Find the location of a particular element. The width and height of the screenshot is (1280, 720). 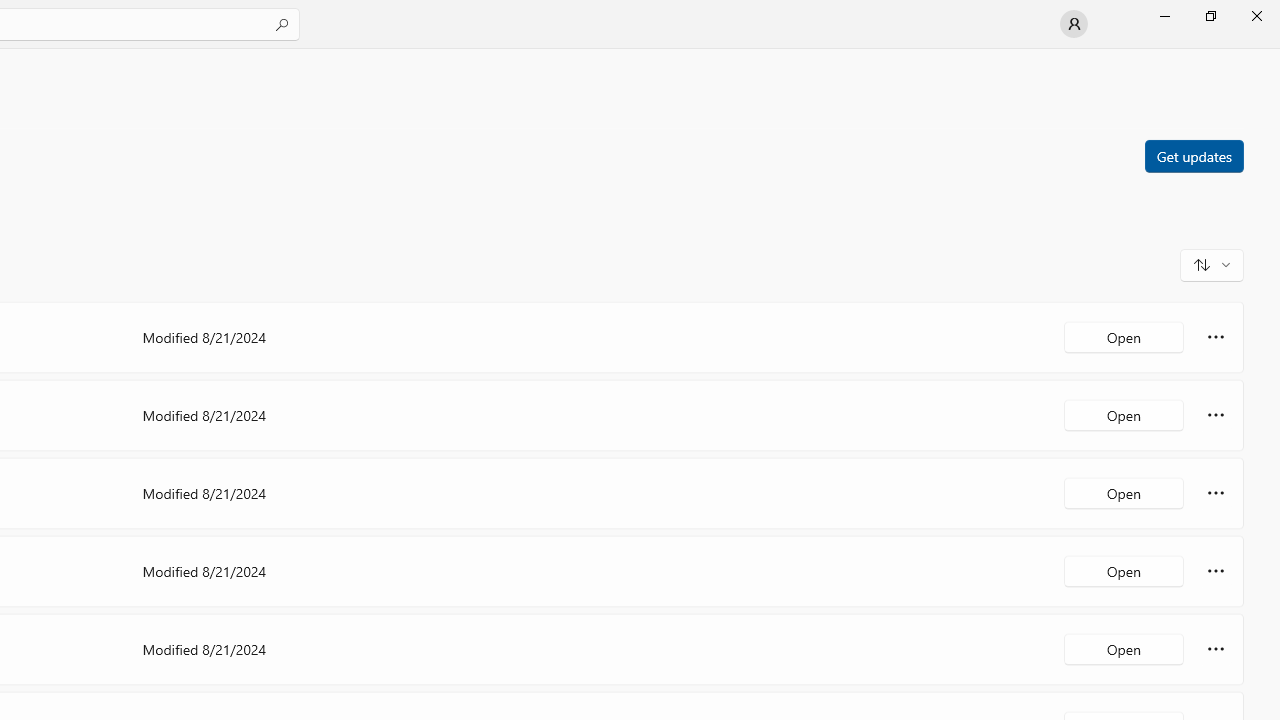

'User profile' is located at coordinates (1072, 24).